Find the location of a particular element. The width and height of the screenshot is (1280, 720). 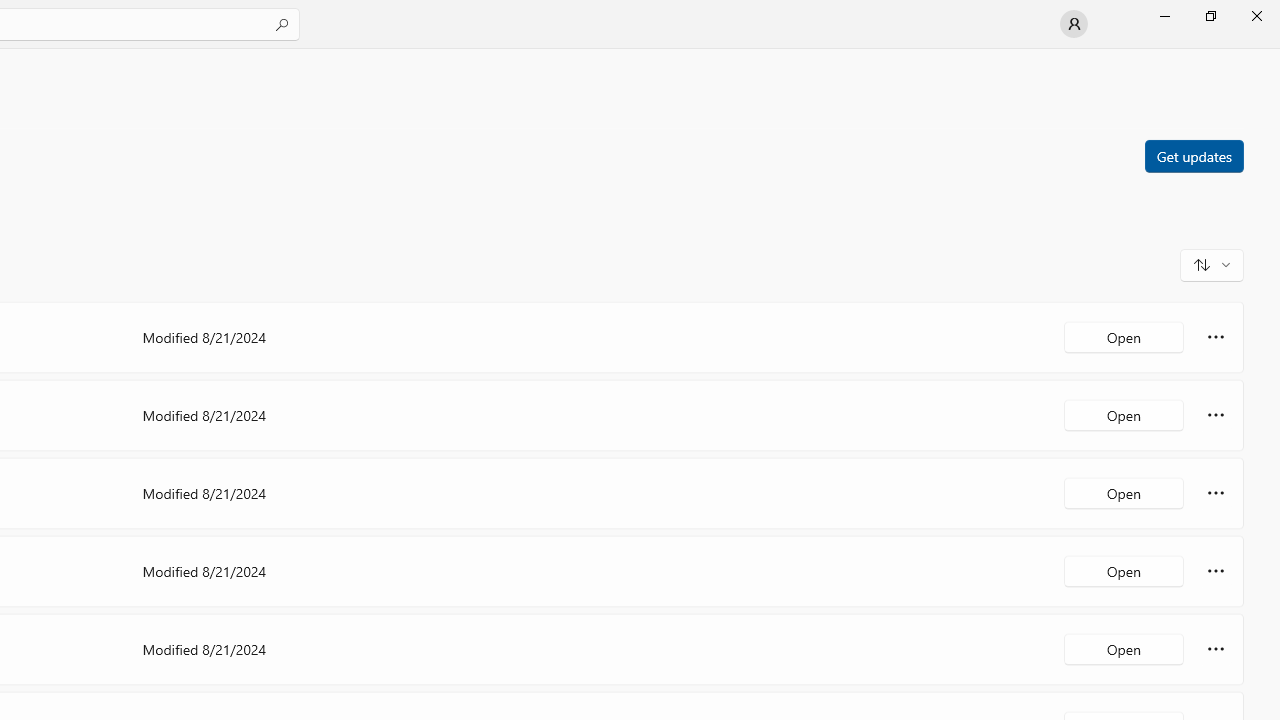

'User profile' is located at coordinates (1072, 24).